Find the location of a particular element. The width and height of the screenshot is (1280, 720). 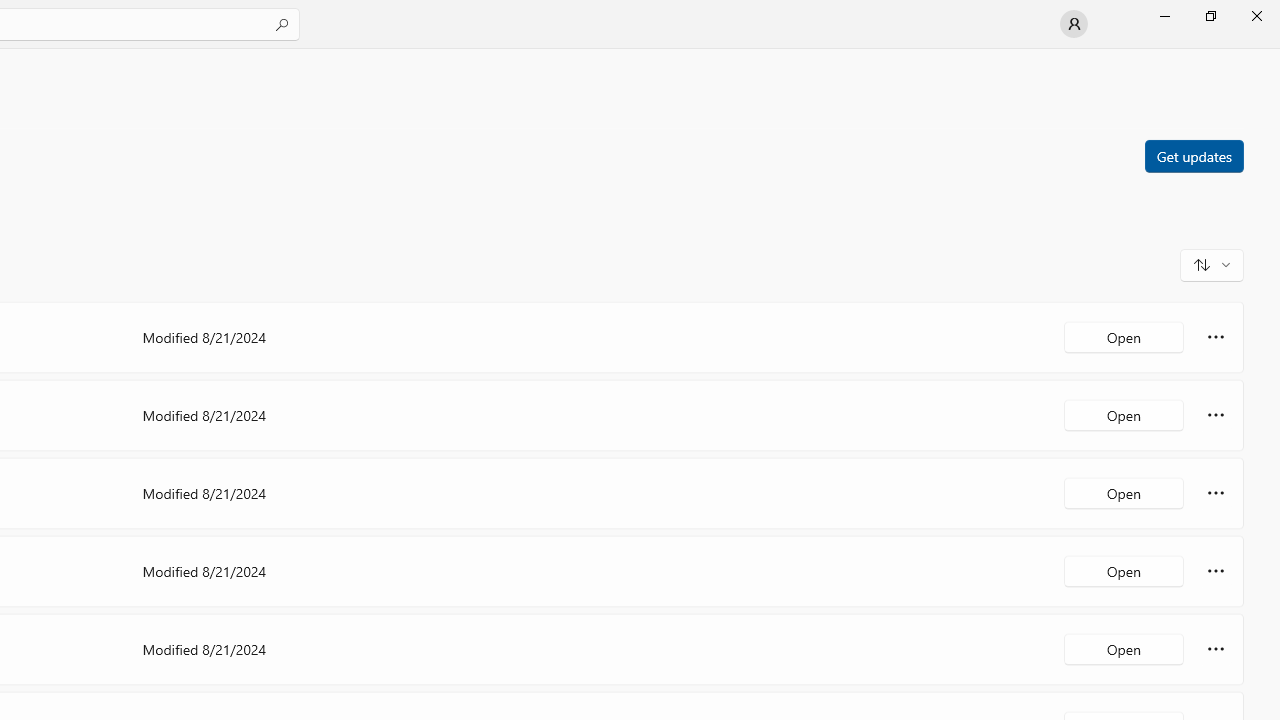

'User profile' is located at coordinates (1072, 24).